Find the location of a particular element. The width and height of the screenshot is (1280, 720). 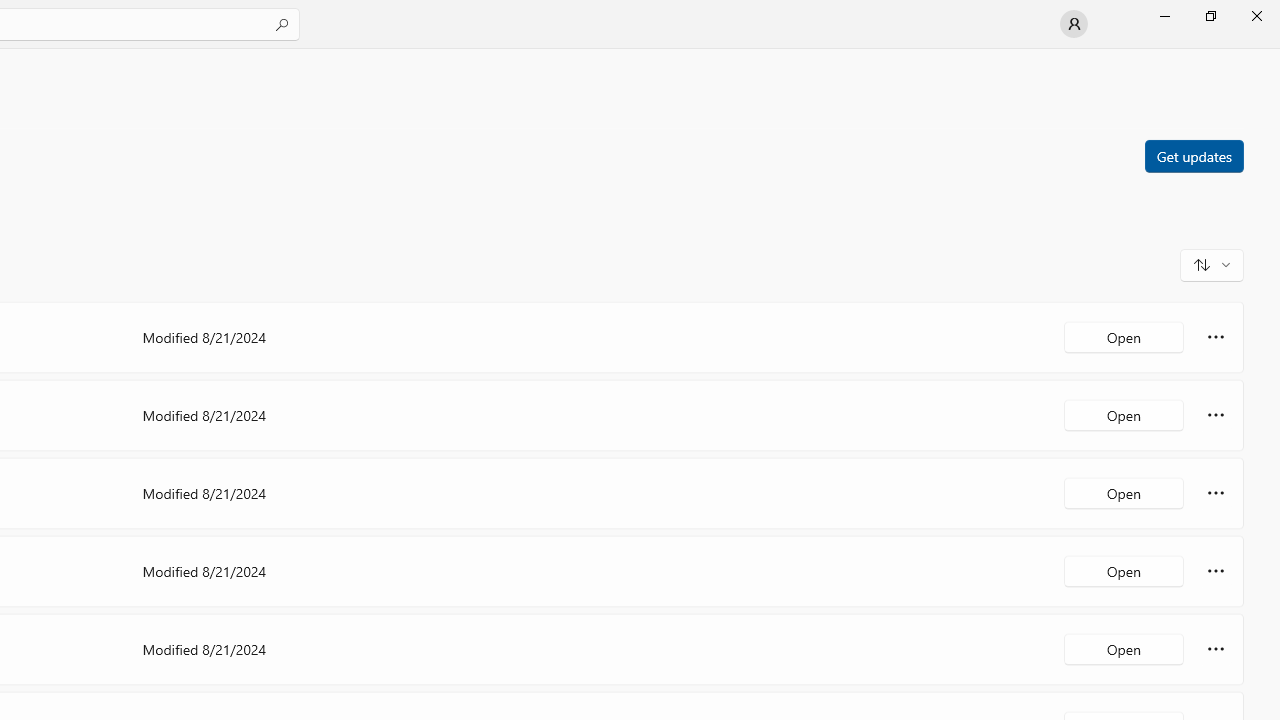

'User profile' is located at coordinates (1072, 24).